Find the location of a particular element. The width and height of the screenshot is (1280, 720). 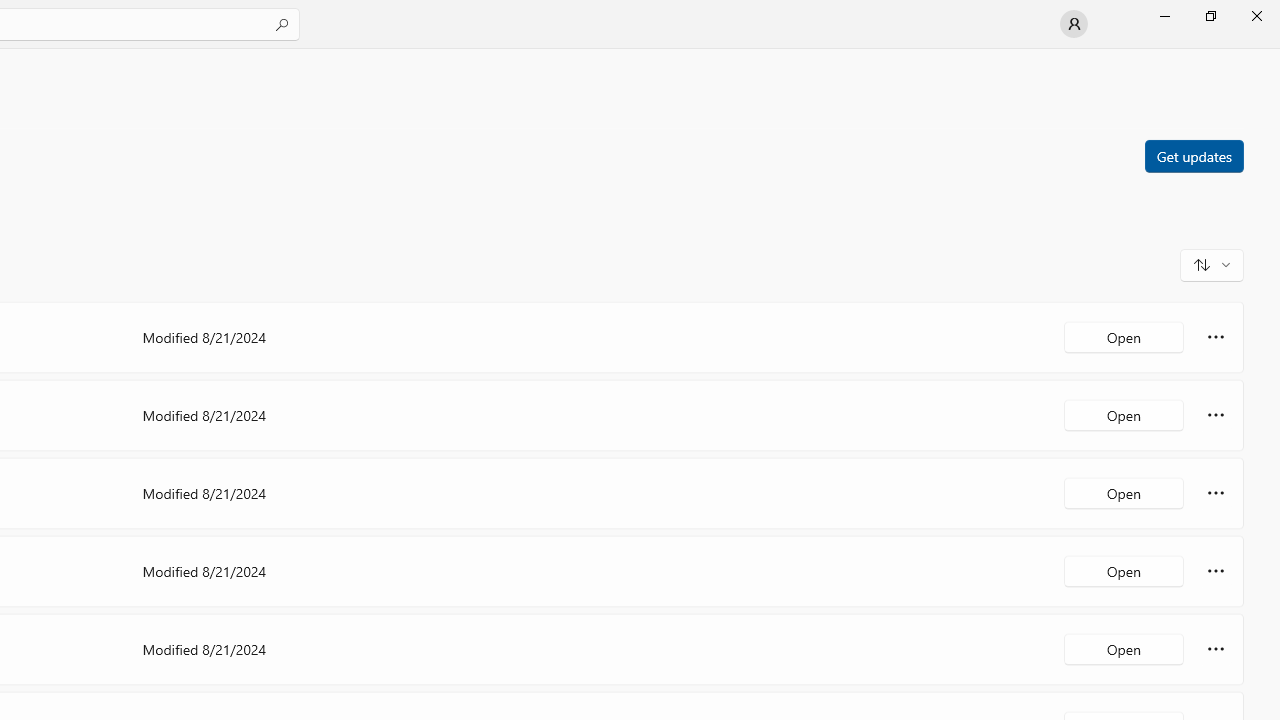

'User profile' is located at coordinates (1072, 24).